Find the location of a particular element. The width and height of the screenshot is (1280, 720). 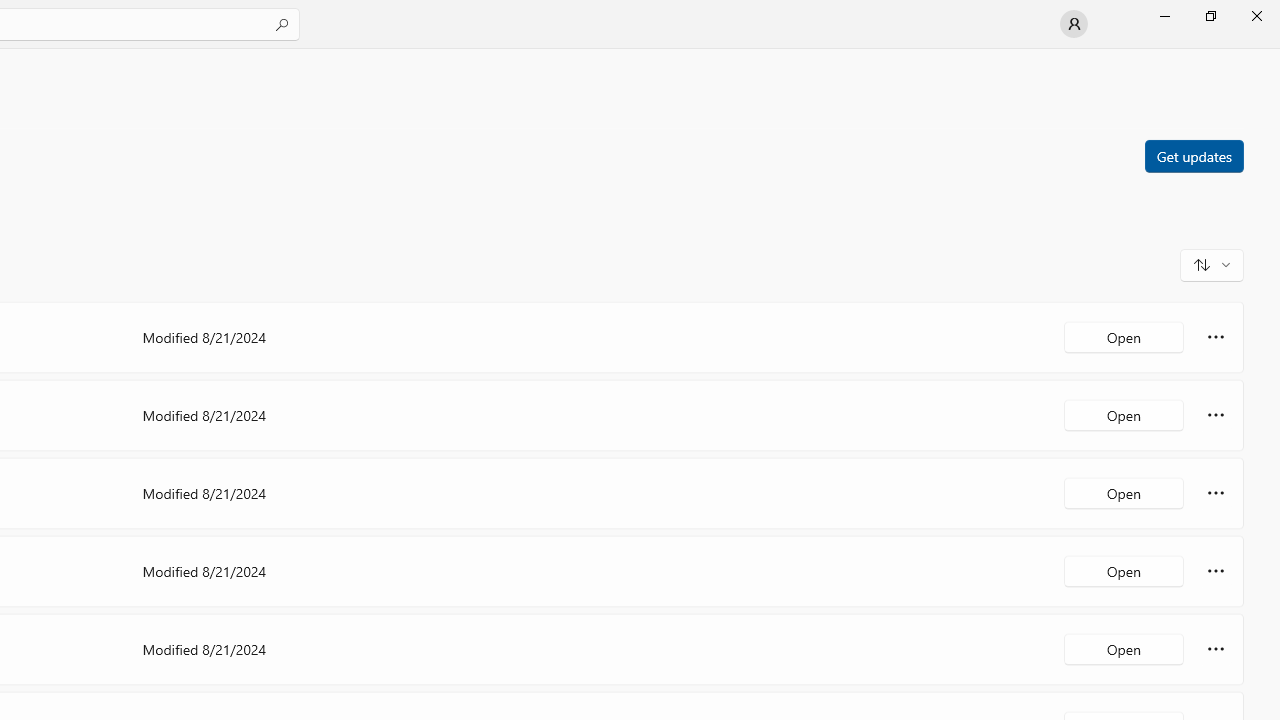

'User profile' is located at coordinates (1072, 24).